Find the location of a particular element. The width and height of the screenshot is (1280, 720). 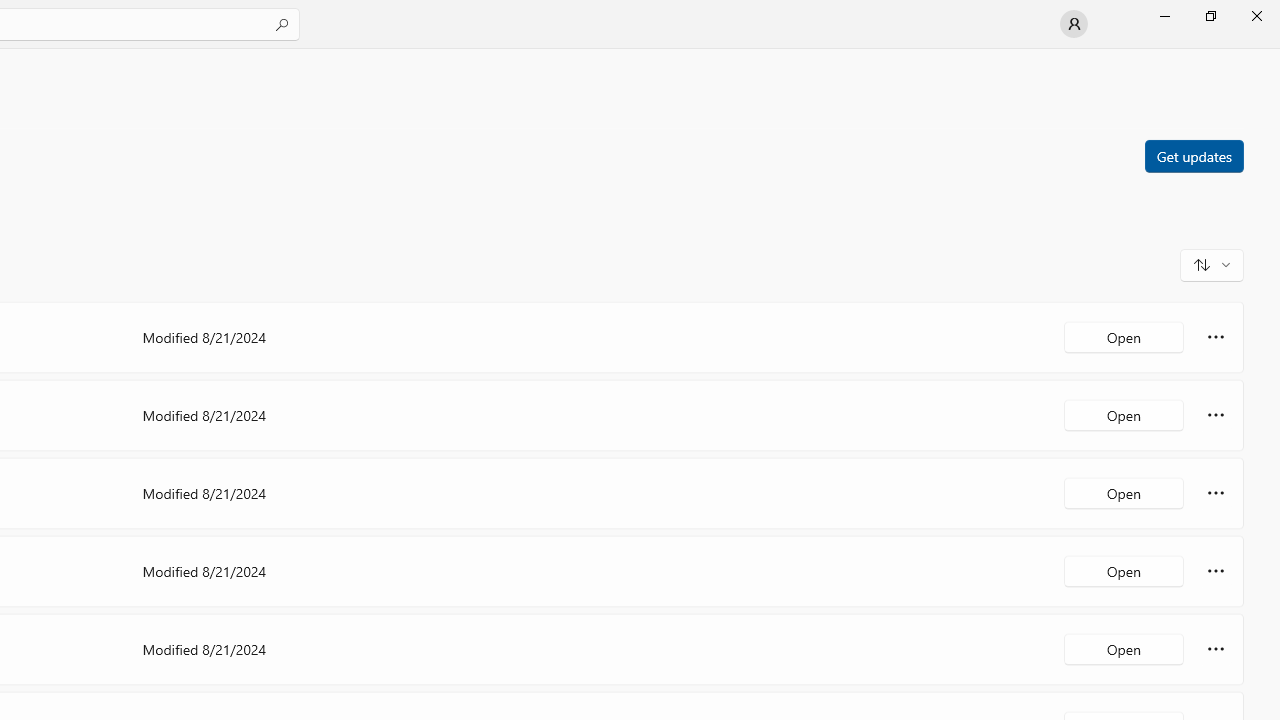

'User profile' is located at coordinates (1072, 24).